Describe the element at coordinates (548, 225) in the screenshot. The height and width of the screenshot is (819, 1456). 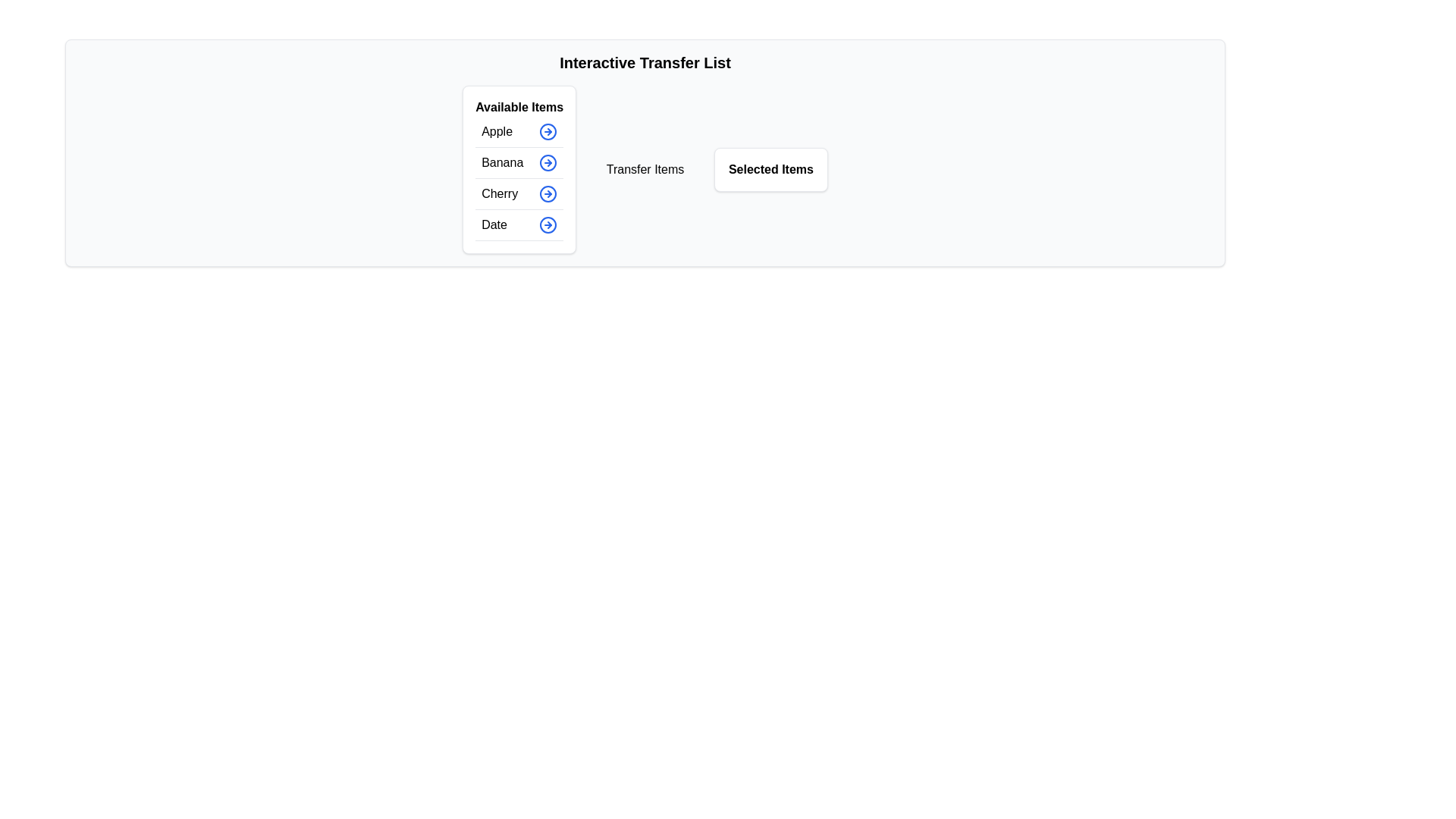
I see `the button corresponding to Date in the available items list to display its tooltip or visual feedback` at that location.